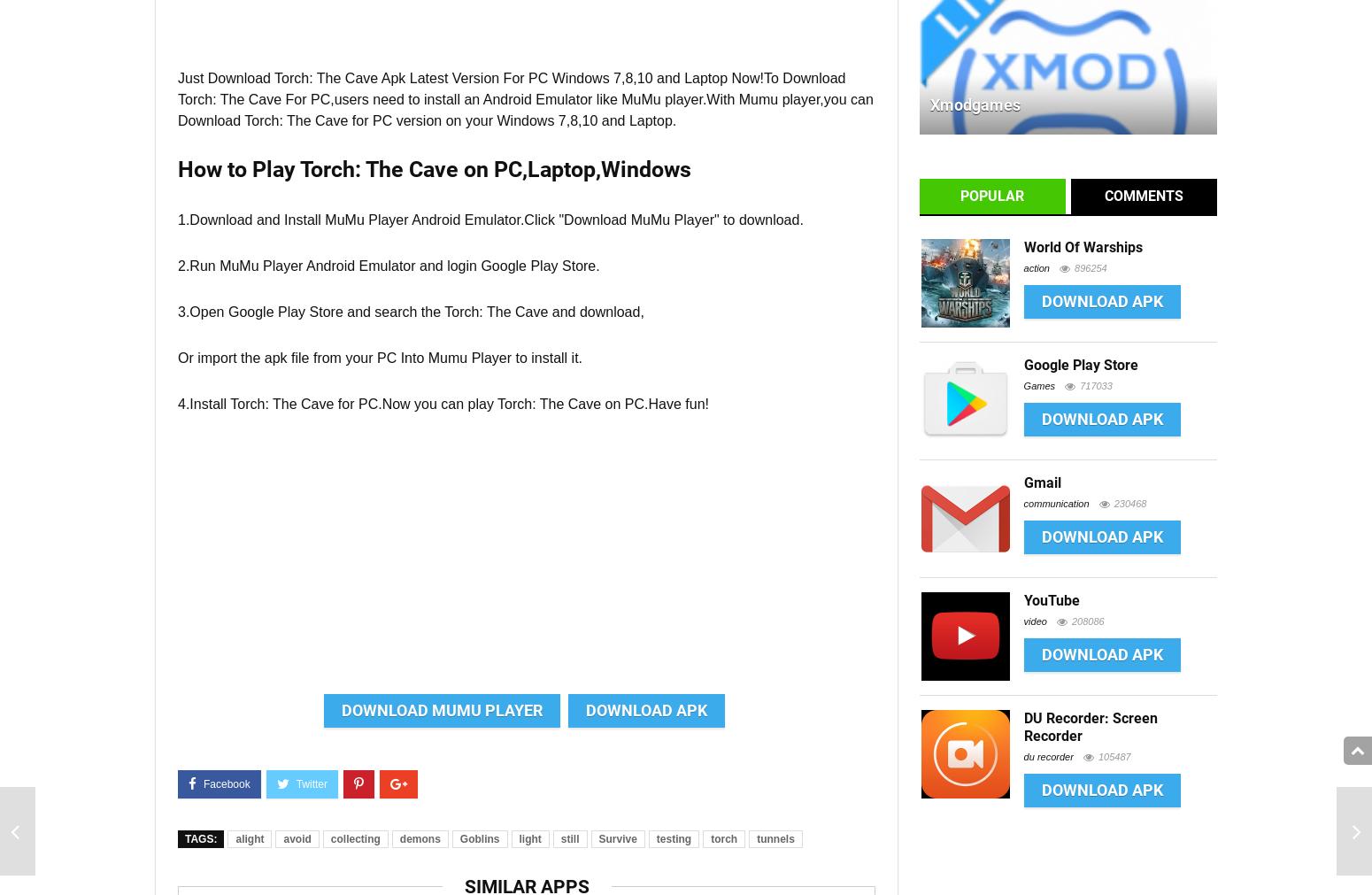 This screenshot has height=895, width=1372. What do you see at coordinates (200, 839) in the screenshot?
I see `'Tags:'` at bounding box center [200, 839].